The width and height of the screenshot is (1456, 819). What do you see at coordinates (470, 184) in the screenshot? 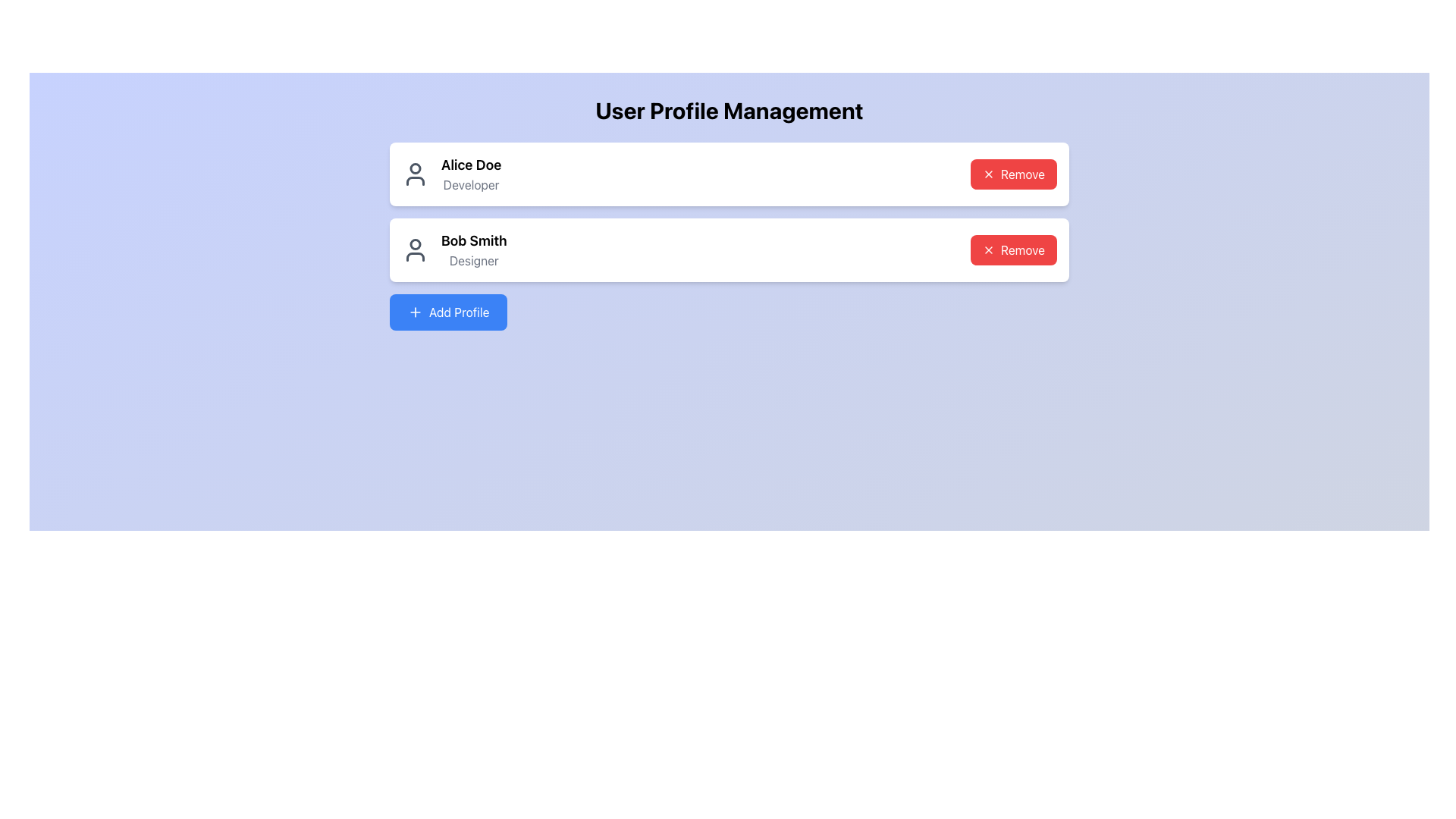
I see `the text label displaying 'Developer' located directly beneath 'Alice Doe' in the profile card` at bounding box center [470, 184].